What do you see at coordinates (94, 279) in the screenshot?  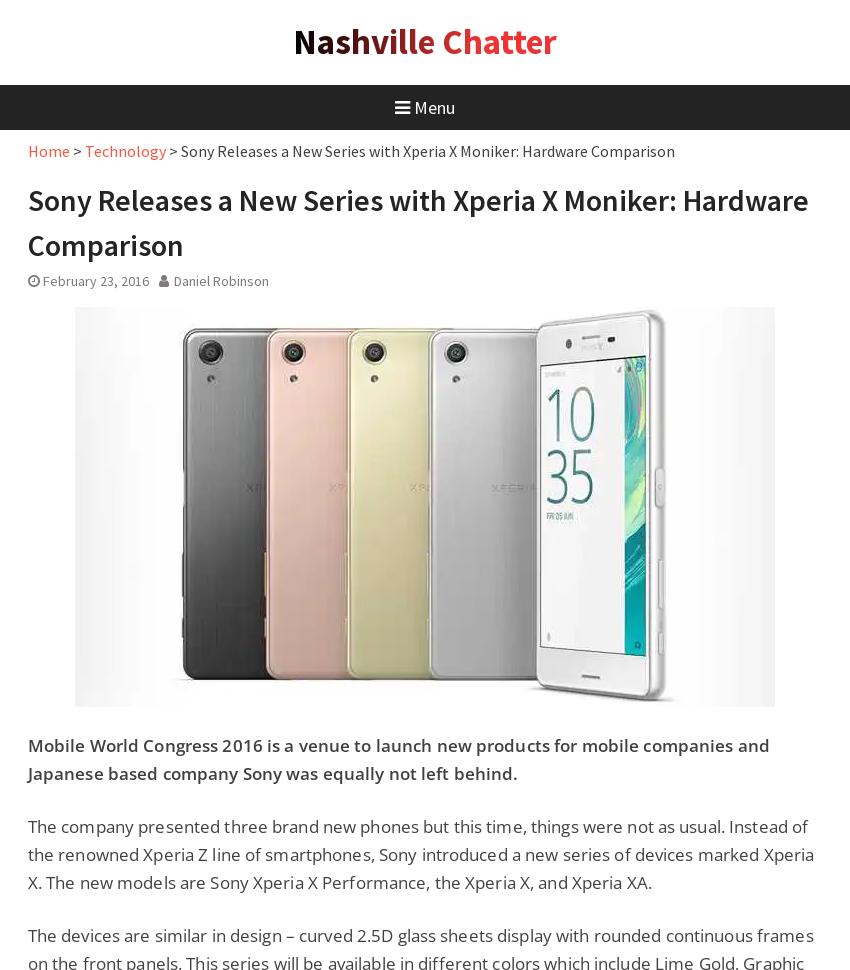 I see `'February 23, 2016'` at bounding box center [94, 279].